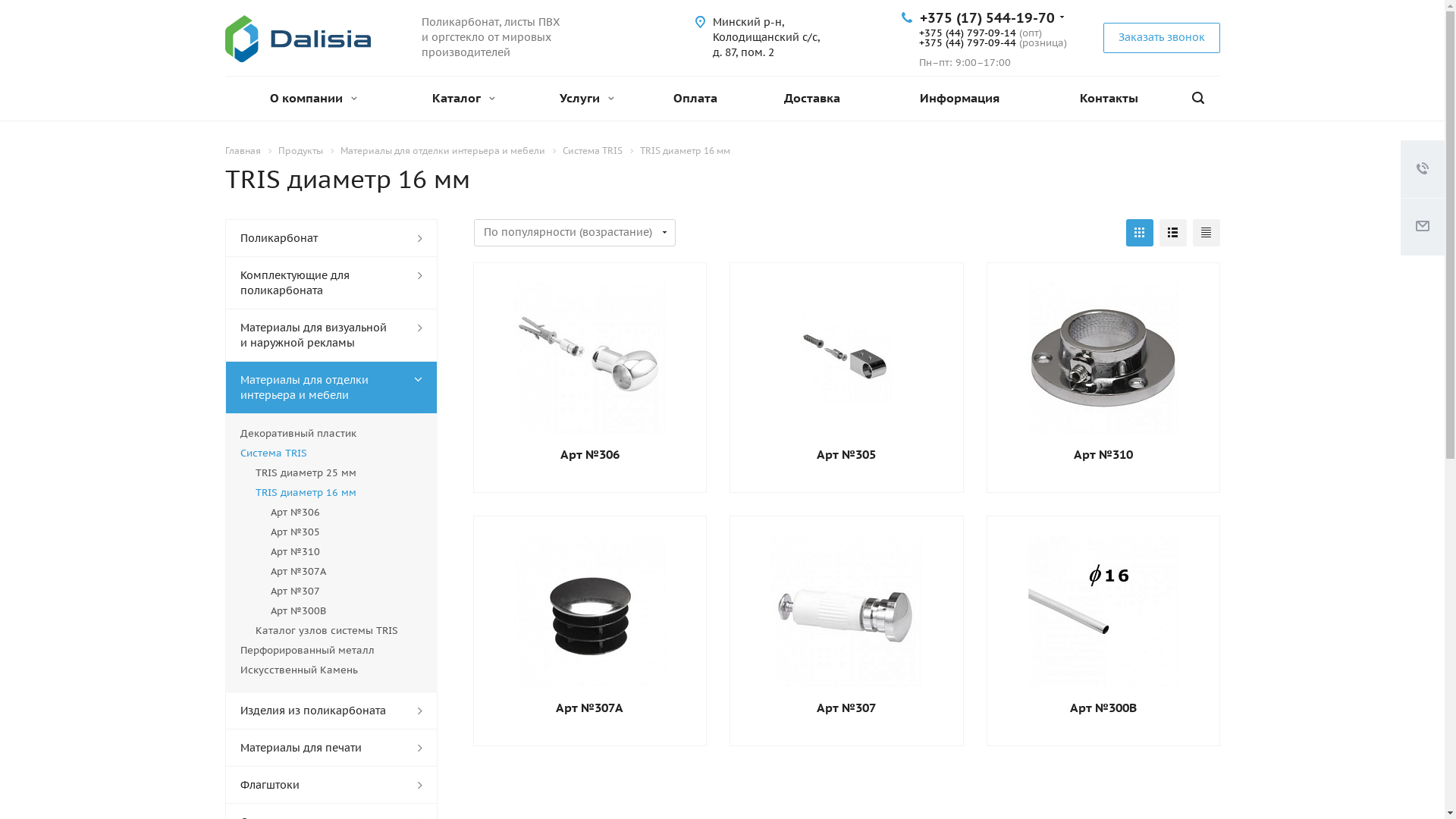 The image size is (1456, 819). Describe the element at coordinates (918, 42) in the screenshot. I see `'+375 (44) 797-09-44'` at that location.